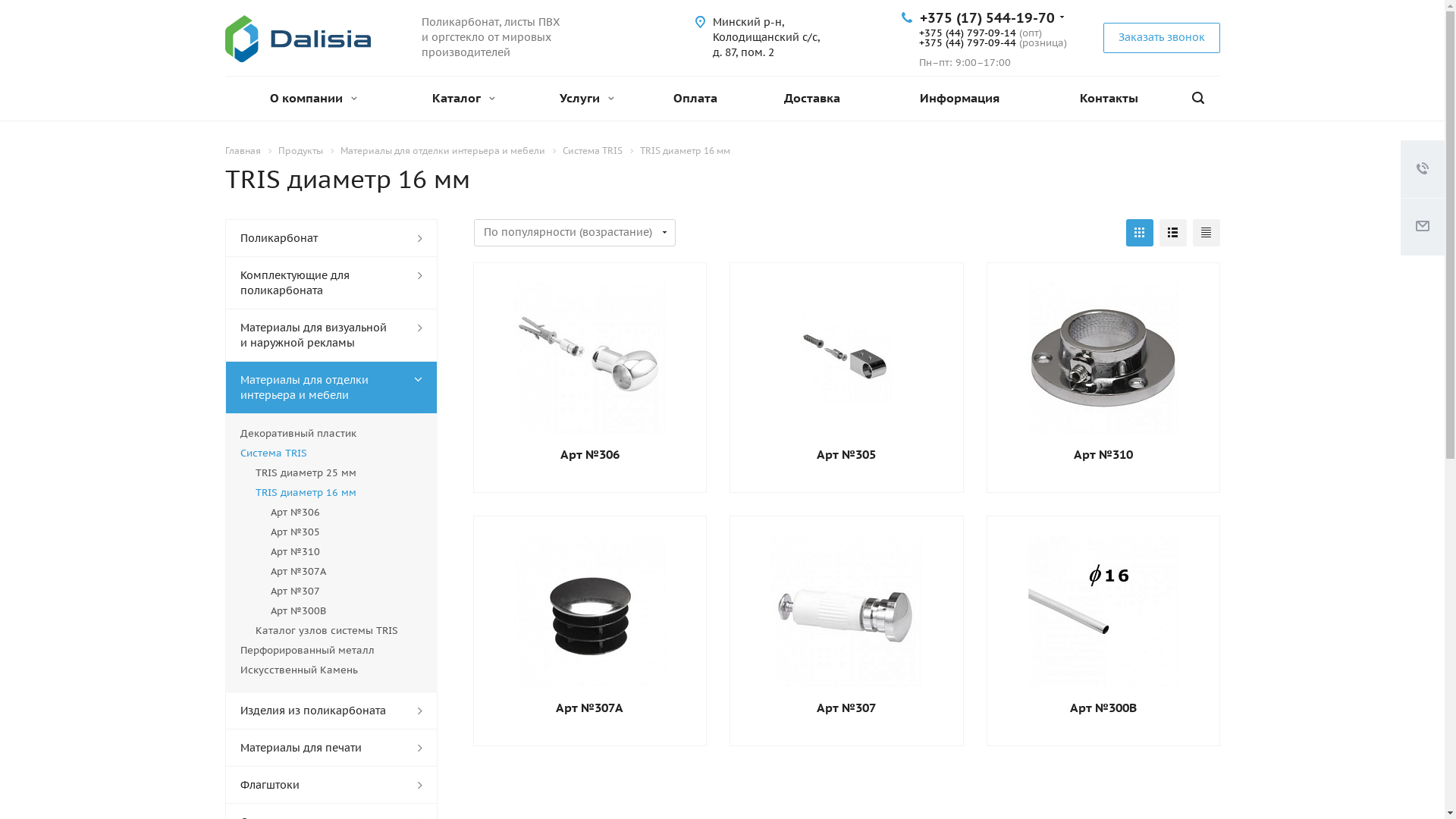 The image size is (1456, 819). Describe the element at coordinates (918, 42) in the screenshot. I see `'+375 (44) 797-09-44'` at that location.